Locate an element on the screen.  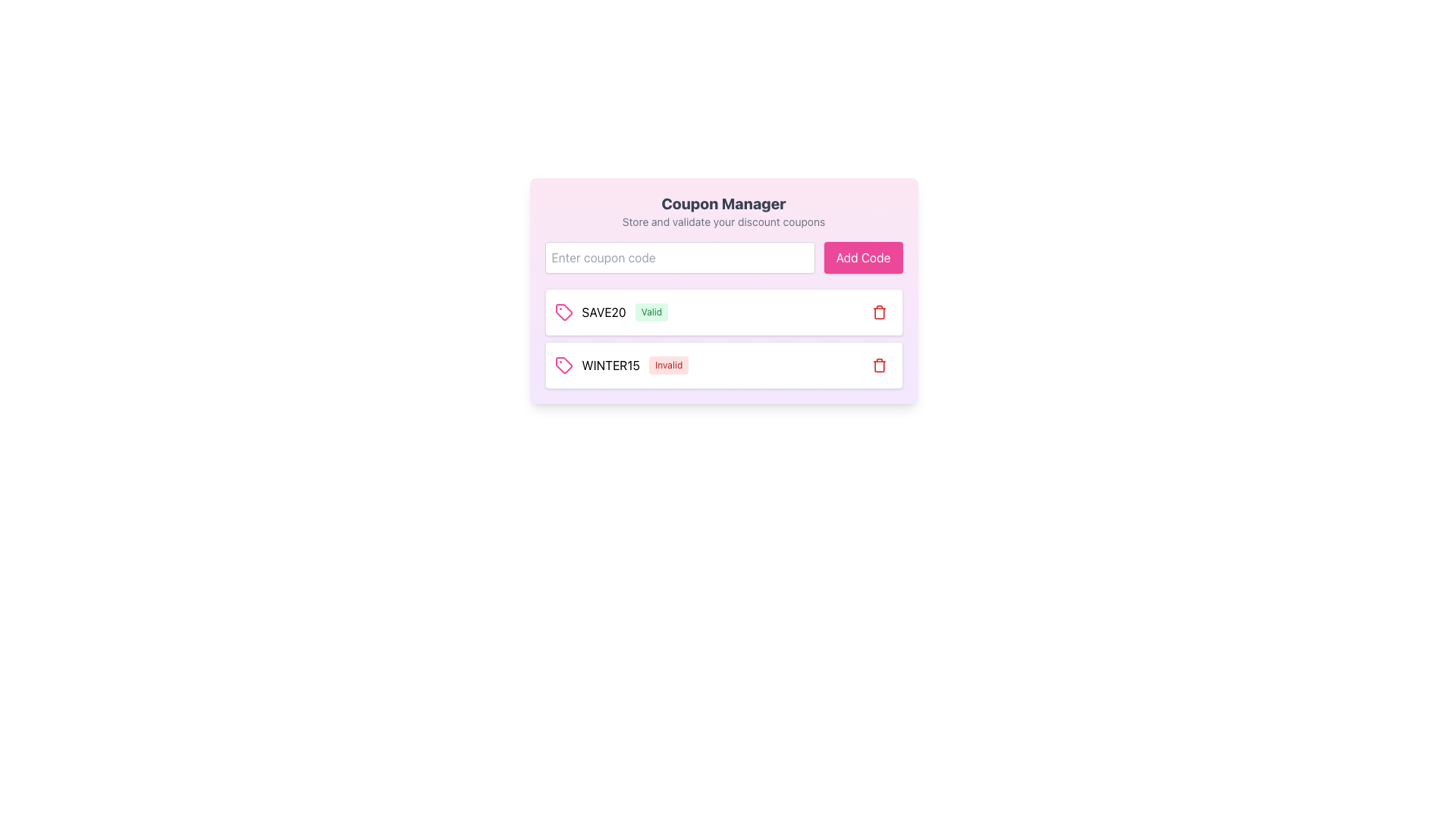
the coupon tag icon in the second row of the coupon list is located at coordinates (563, 366).